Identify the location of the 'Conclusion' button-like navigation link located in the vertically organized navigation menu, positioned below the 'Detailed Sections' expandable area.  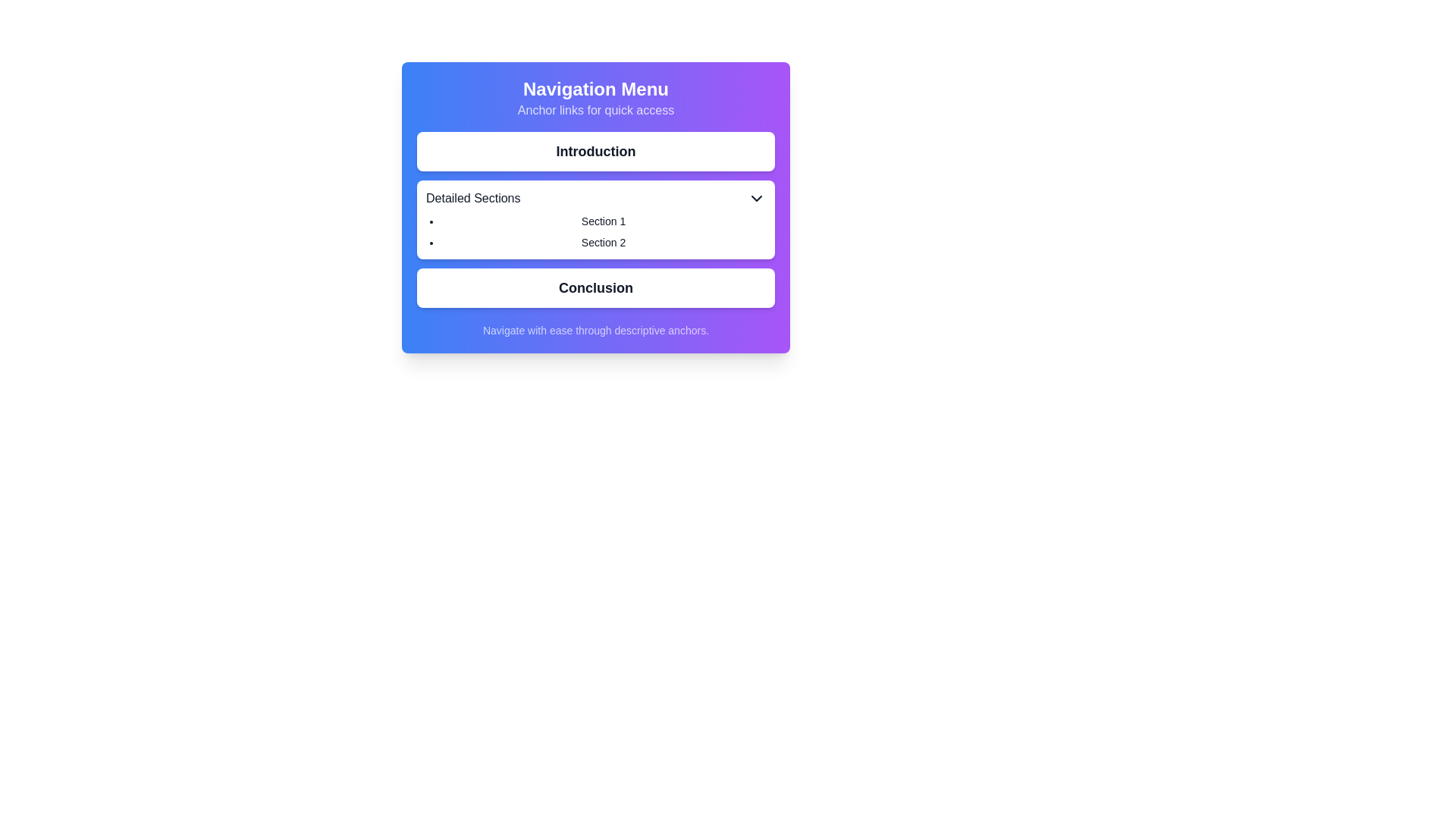
(595, 288).